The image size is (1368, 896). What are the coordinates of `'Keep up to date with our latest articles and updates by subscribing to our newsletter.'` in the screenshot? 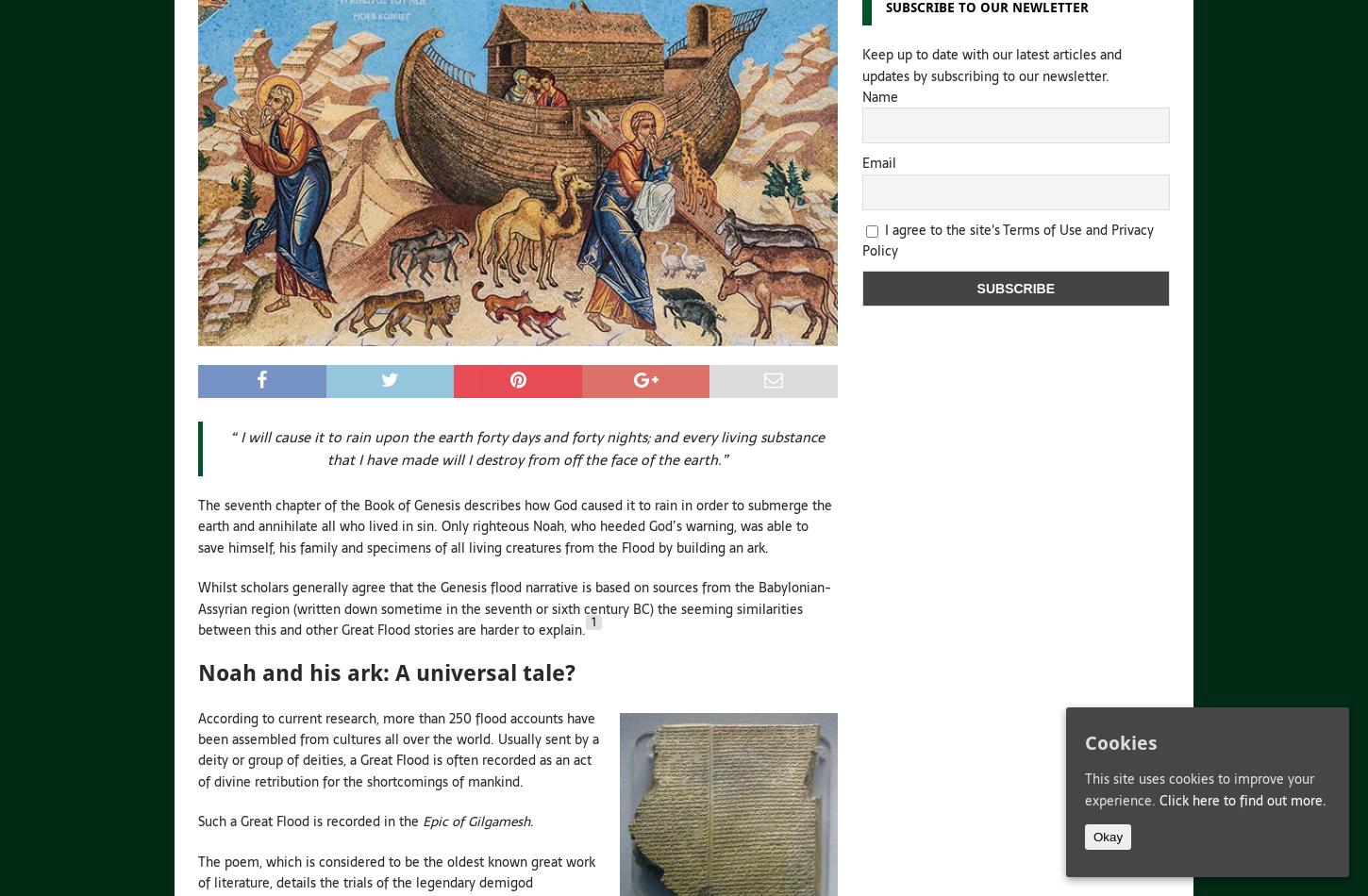 It's located at (991, 64).